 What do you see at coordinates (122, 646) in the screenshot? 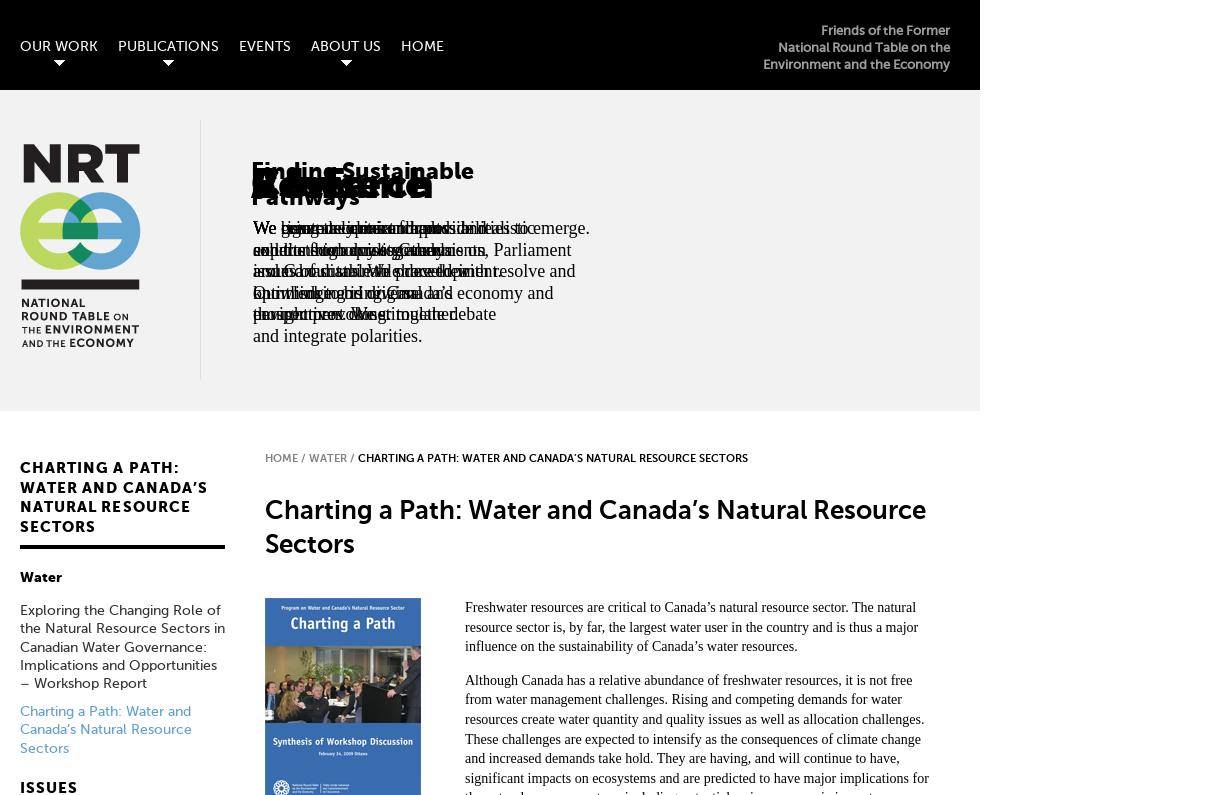
I see `'Exploring the Changing Role of the Natural Resource Sectors in Canadian Water Governance: Implications and Opportunities – Workshop Report'` at bounding box center [122, 646].